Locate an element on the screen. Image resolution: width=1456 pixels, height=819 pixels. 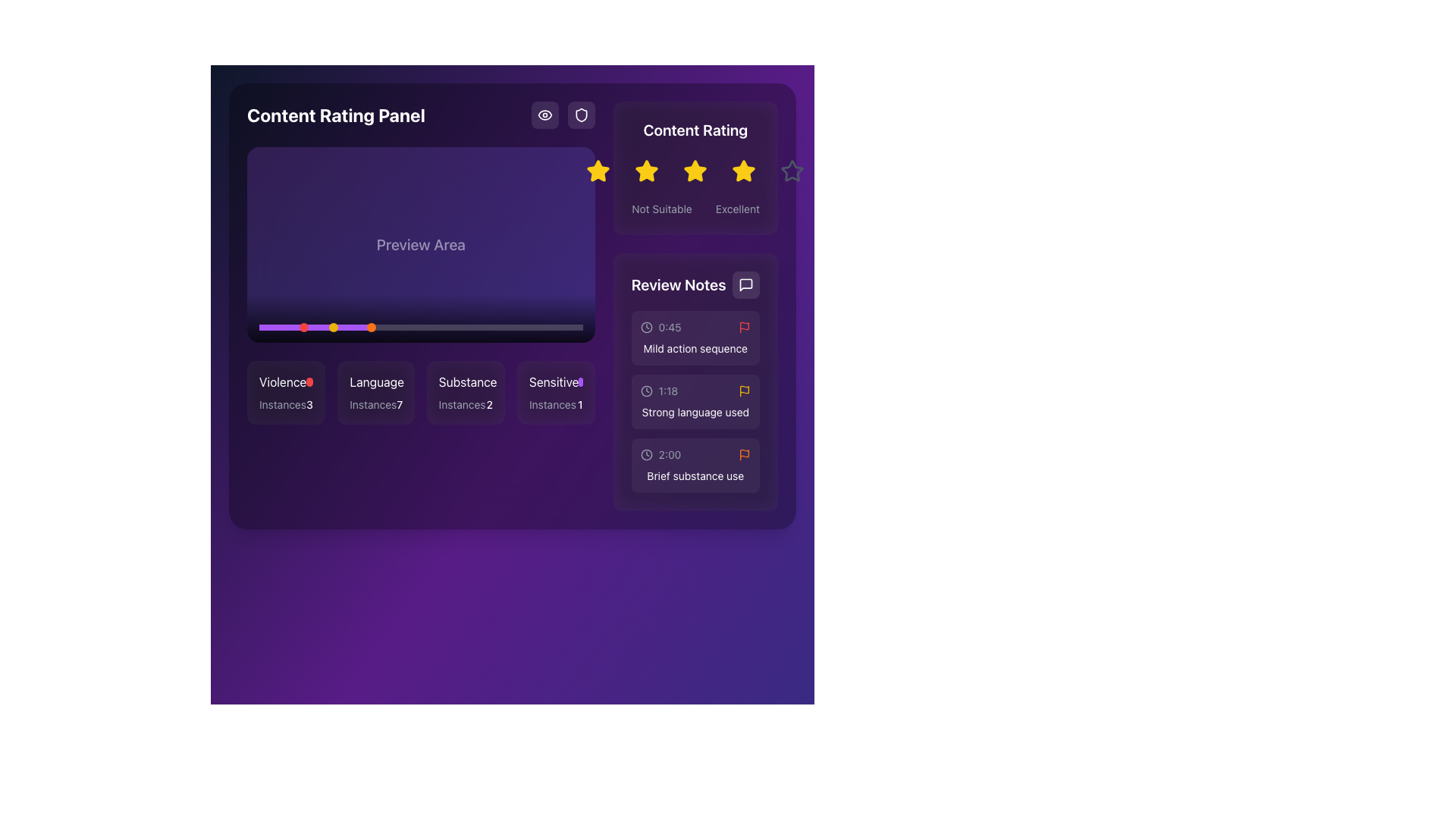
the third yellow star icon in the 5-star rating system under the 'Content Rating' label is located at coordinates (695, 171).